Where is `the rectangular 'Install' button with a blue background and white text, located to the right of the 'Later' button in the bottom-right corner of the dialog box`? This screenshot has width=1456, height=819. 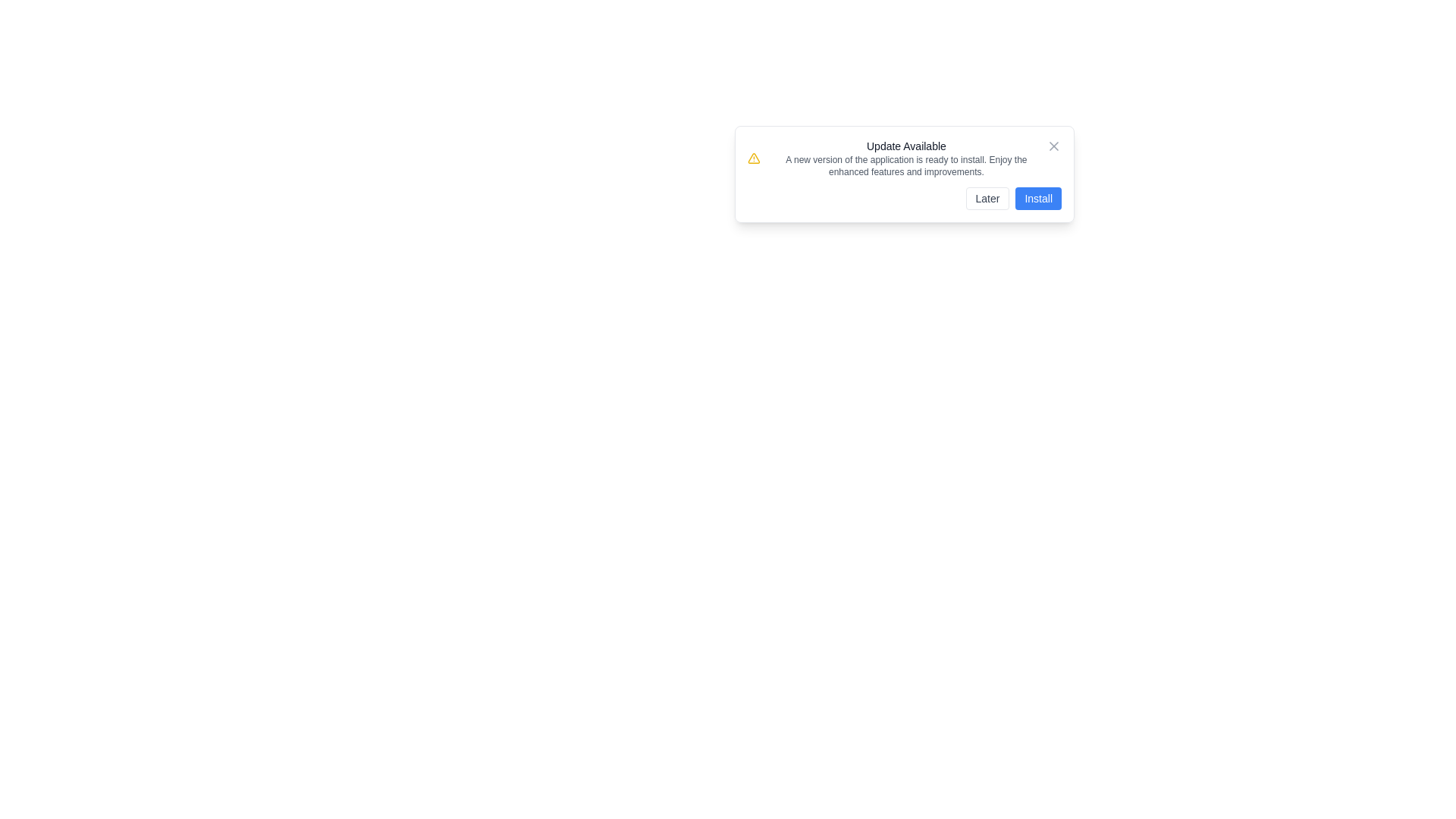
the rectangular 'Install' button with a blue background and white text, located to the right of the 'Later' button in the bottom-right corner of the dialog box is located at coordinates (1037, 198).